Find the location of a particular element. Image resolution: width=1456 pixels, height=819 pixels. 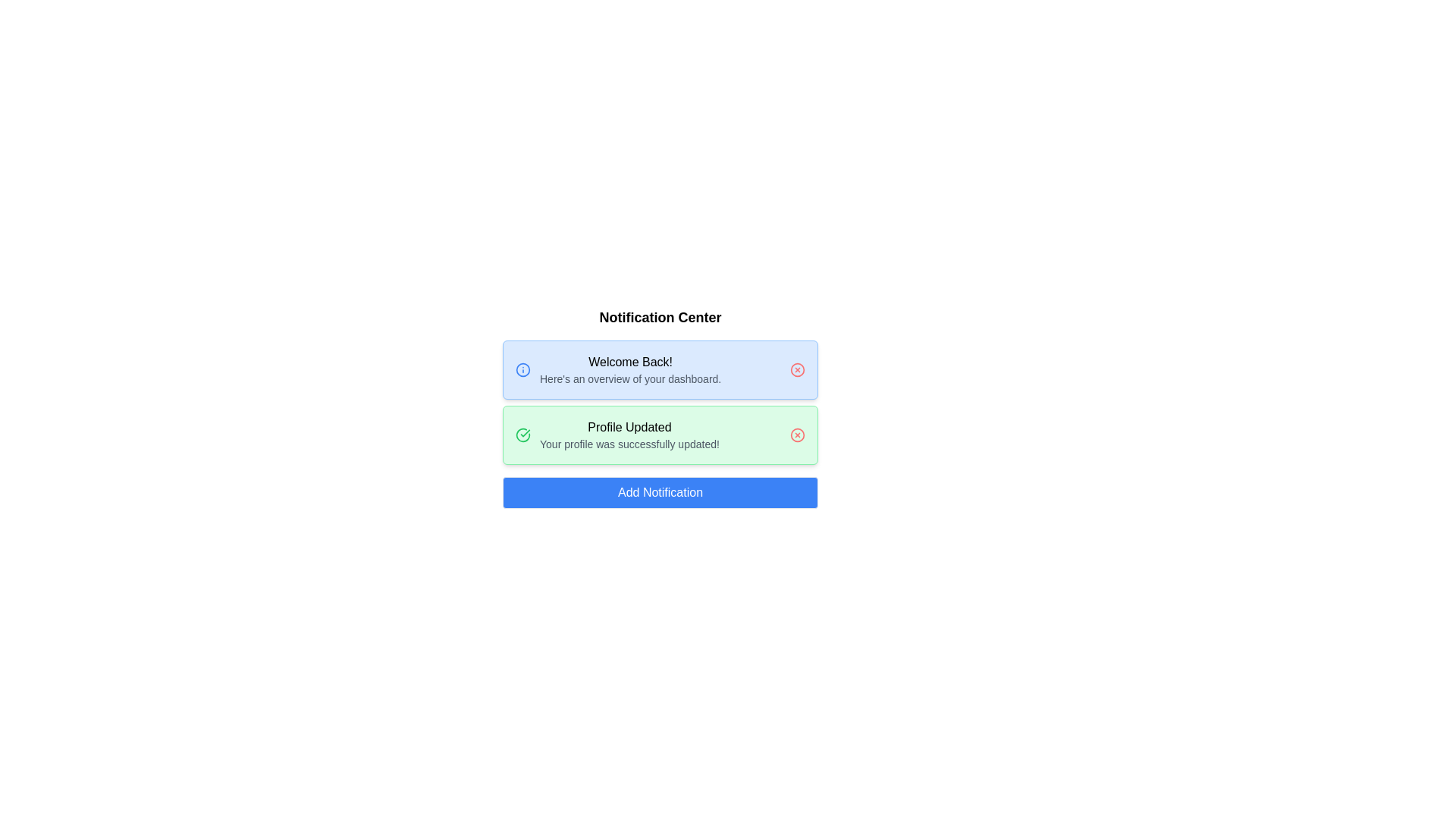

contents of the notification detail message located below the 'Profile Updated' title in the light green notification card is located at coordinates (629, 444).